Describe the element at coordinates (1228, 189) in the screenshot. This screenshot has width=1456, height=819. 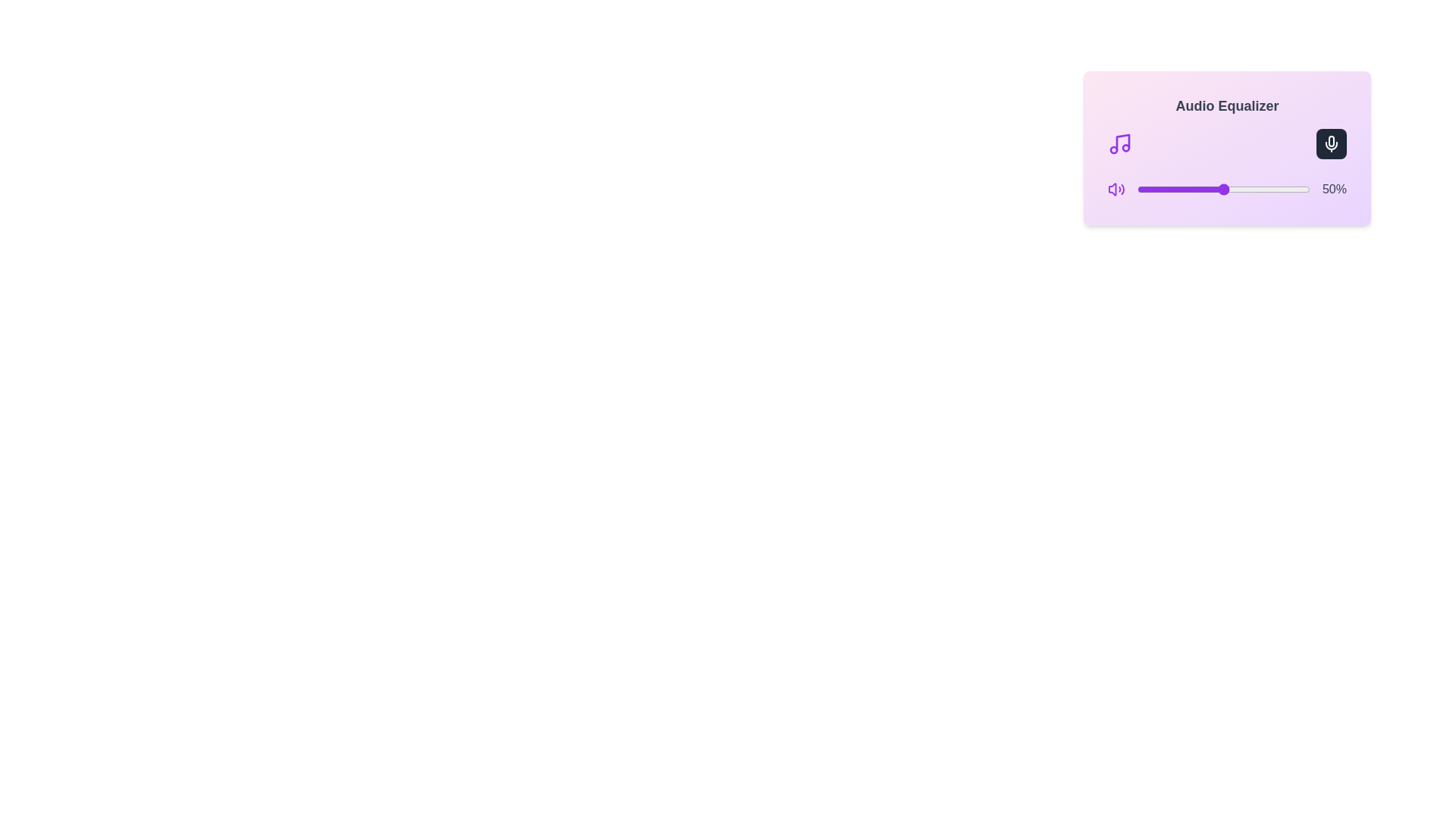
I see `the volume slider to 53%` at that location.